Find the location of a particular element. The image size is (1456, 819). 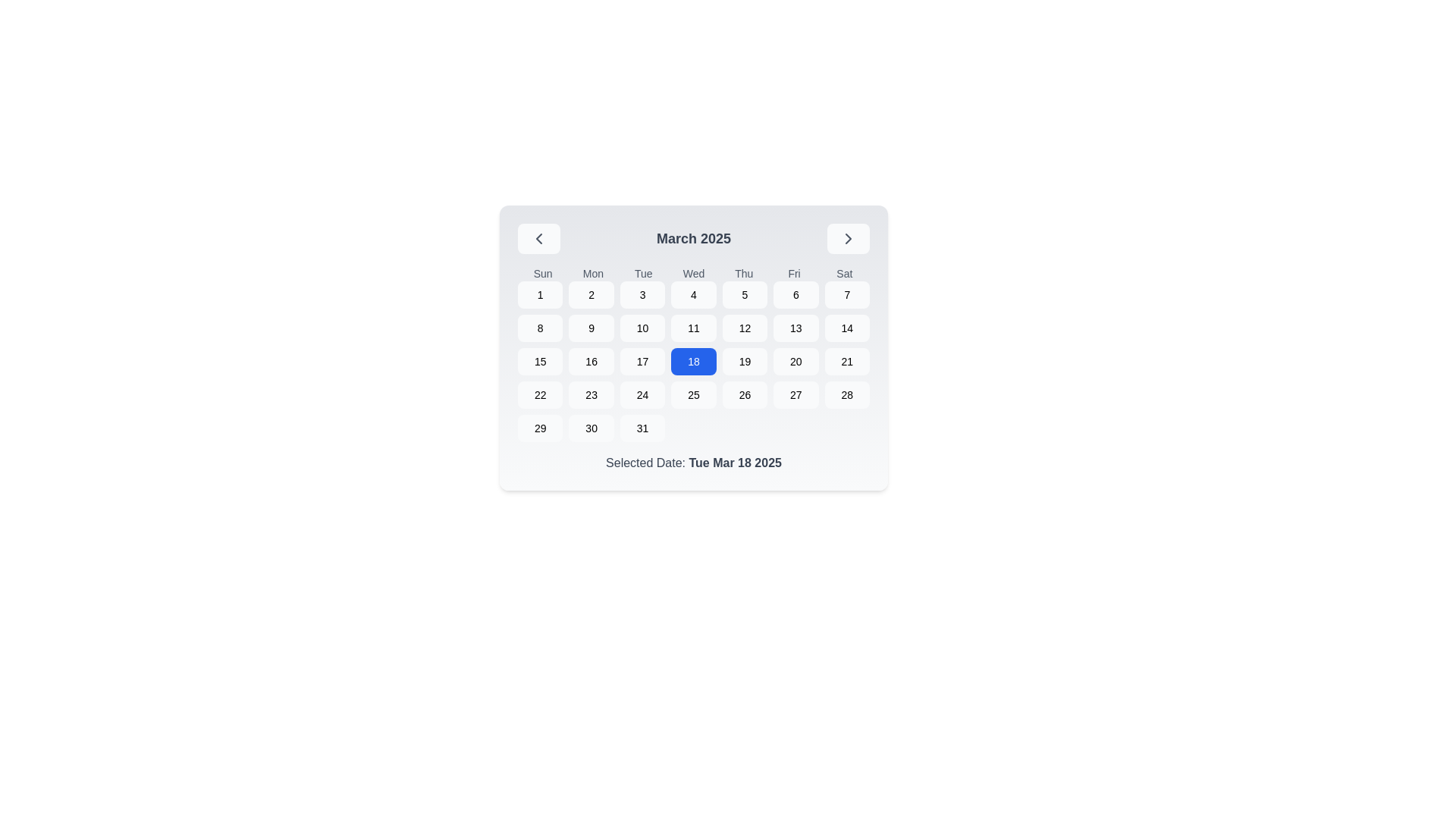

the button displaying the date '3' in the calendar, located in the first row and third column is located at coordinates (642, 295).